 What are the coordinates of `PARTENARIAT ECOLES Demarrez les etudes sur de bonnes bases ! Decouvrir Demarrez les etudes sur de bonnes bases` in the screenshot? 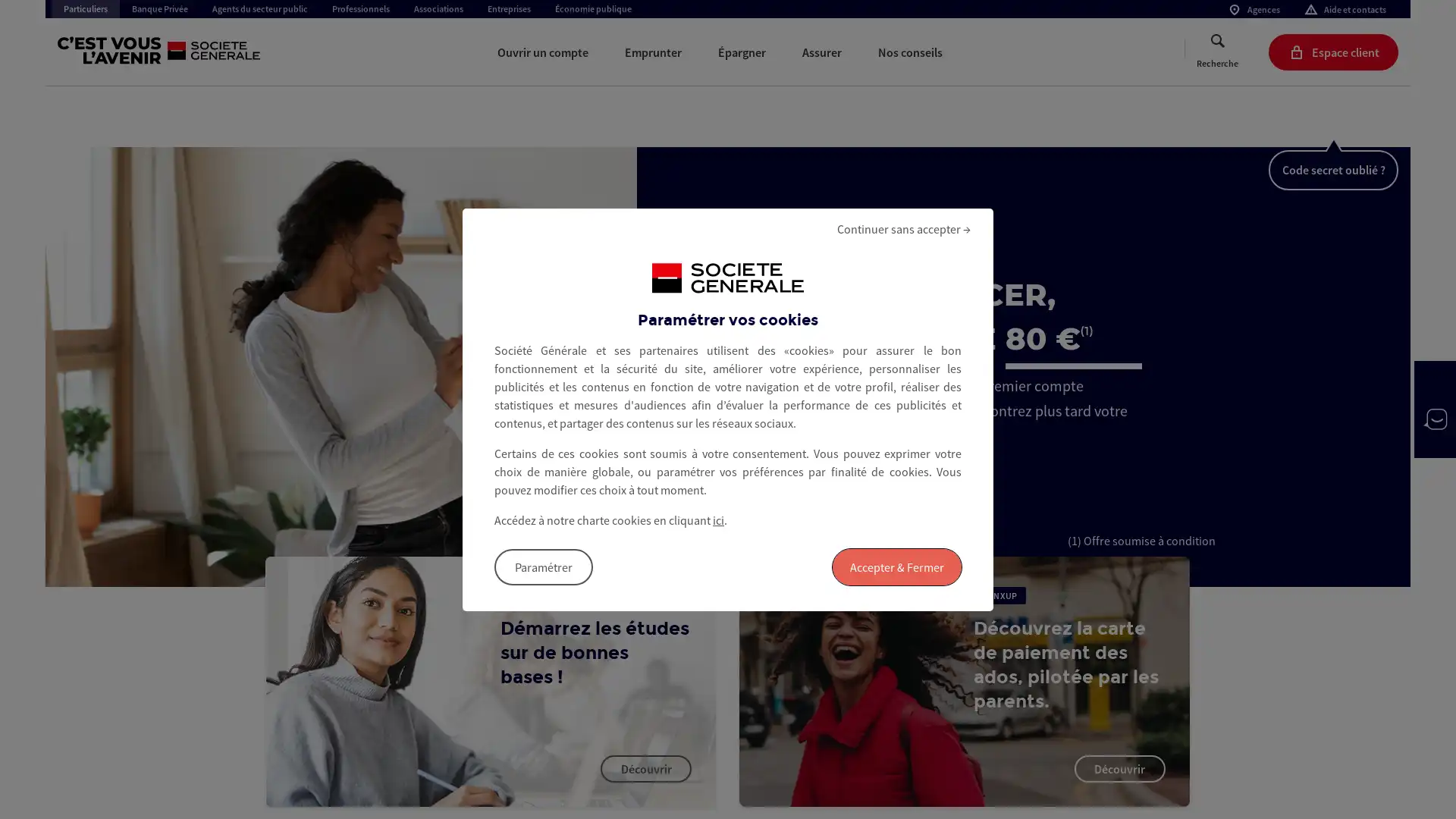 It's located at (491, 680).